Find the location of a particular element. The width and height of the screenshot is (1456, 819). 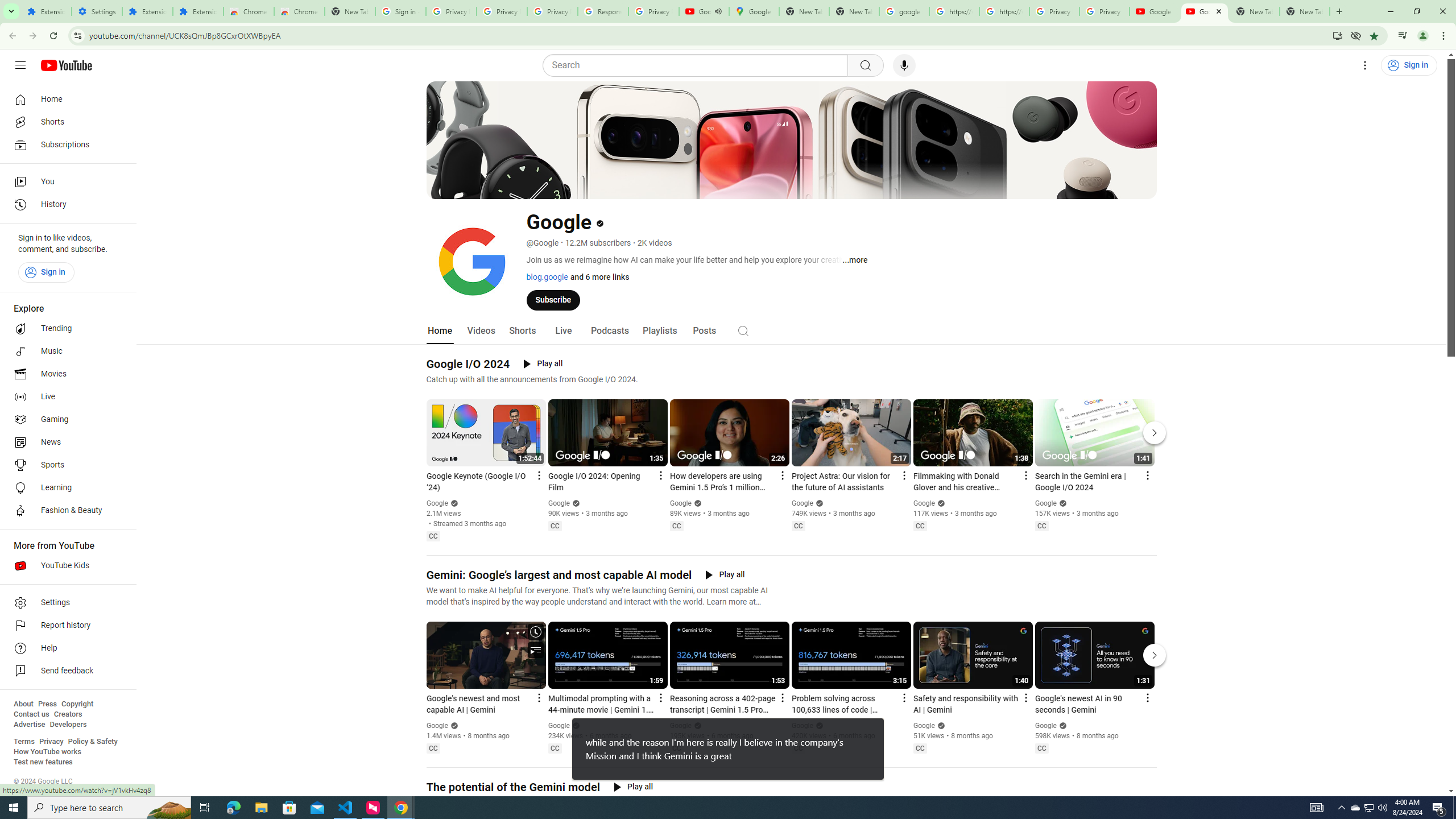

'New Tab' is located at coordinates (1304, 11).